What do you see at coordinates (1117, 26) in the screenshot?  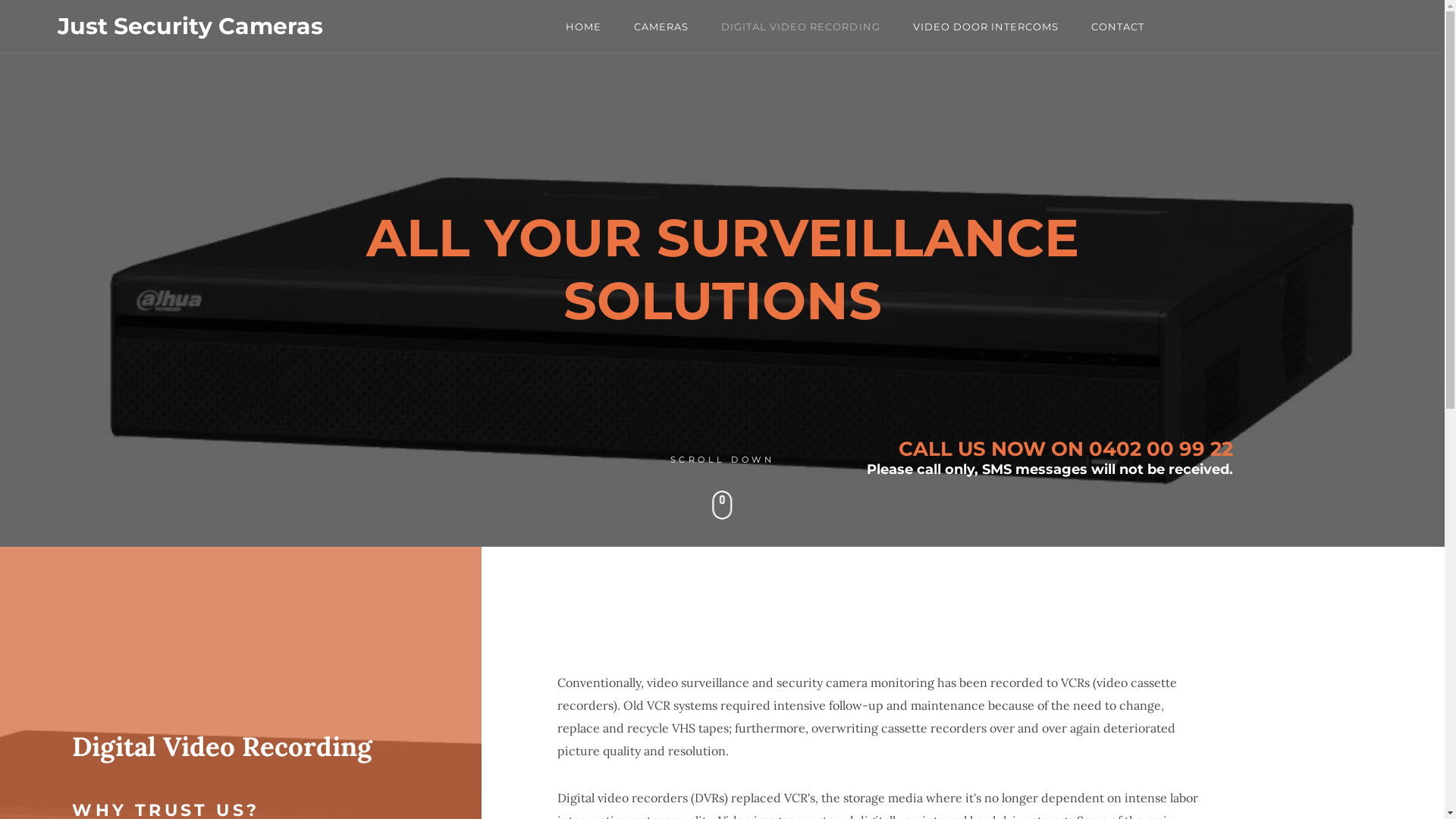 I see `'CONTACT'` at bounding box center [1117, 26].